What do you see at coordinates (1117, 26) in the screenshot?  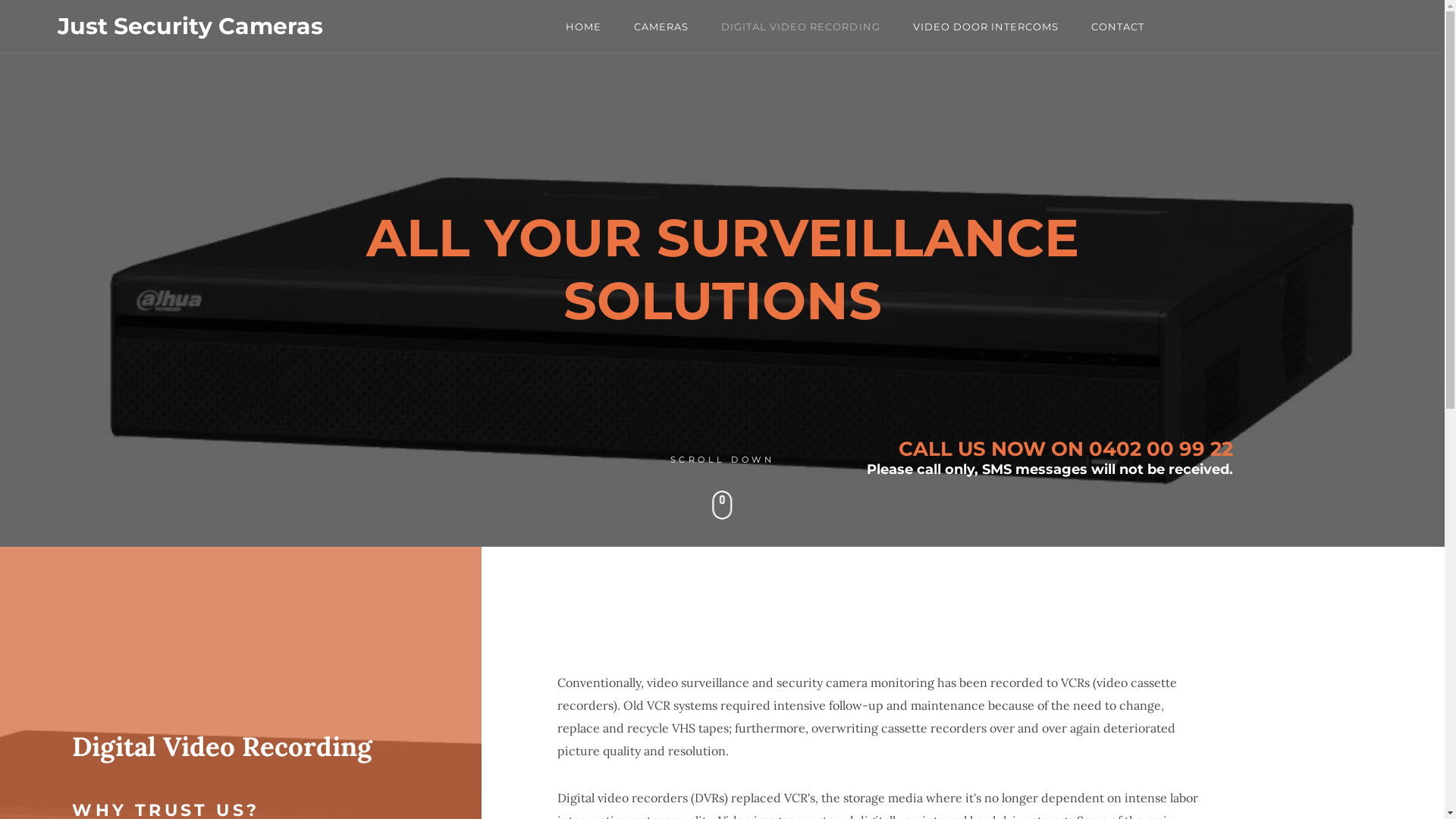 I see `'CONTACT'` at bounding box center [1117, 26].